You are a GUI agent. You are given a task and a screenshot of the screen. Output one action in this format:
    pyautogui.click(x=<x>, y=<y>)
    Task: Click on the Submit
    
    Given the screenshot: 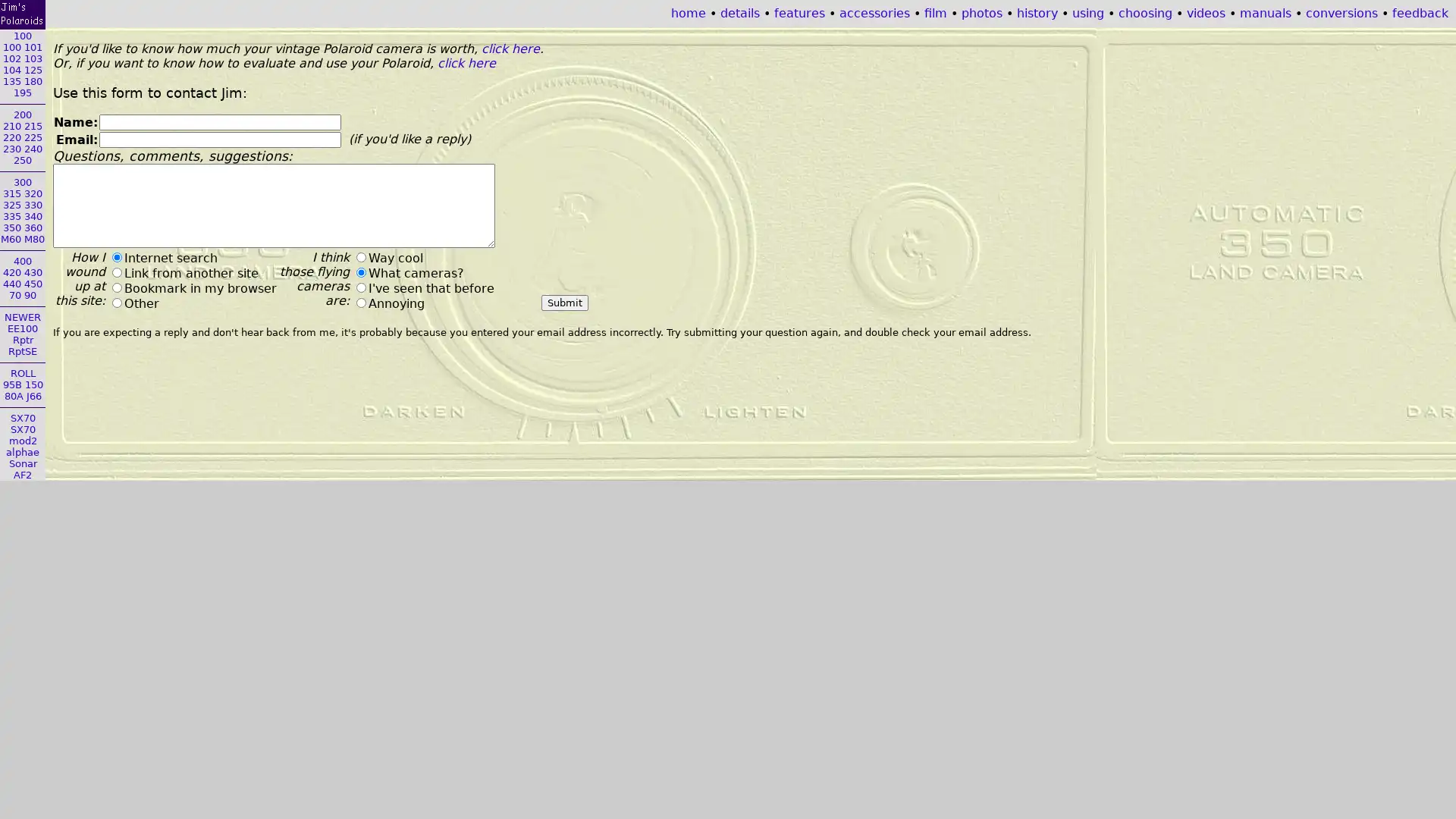 What is the action you would take?
    pyautogui.click(x=563, y=303)
    